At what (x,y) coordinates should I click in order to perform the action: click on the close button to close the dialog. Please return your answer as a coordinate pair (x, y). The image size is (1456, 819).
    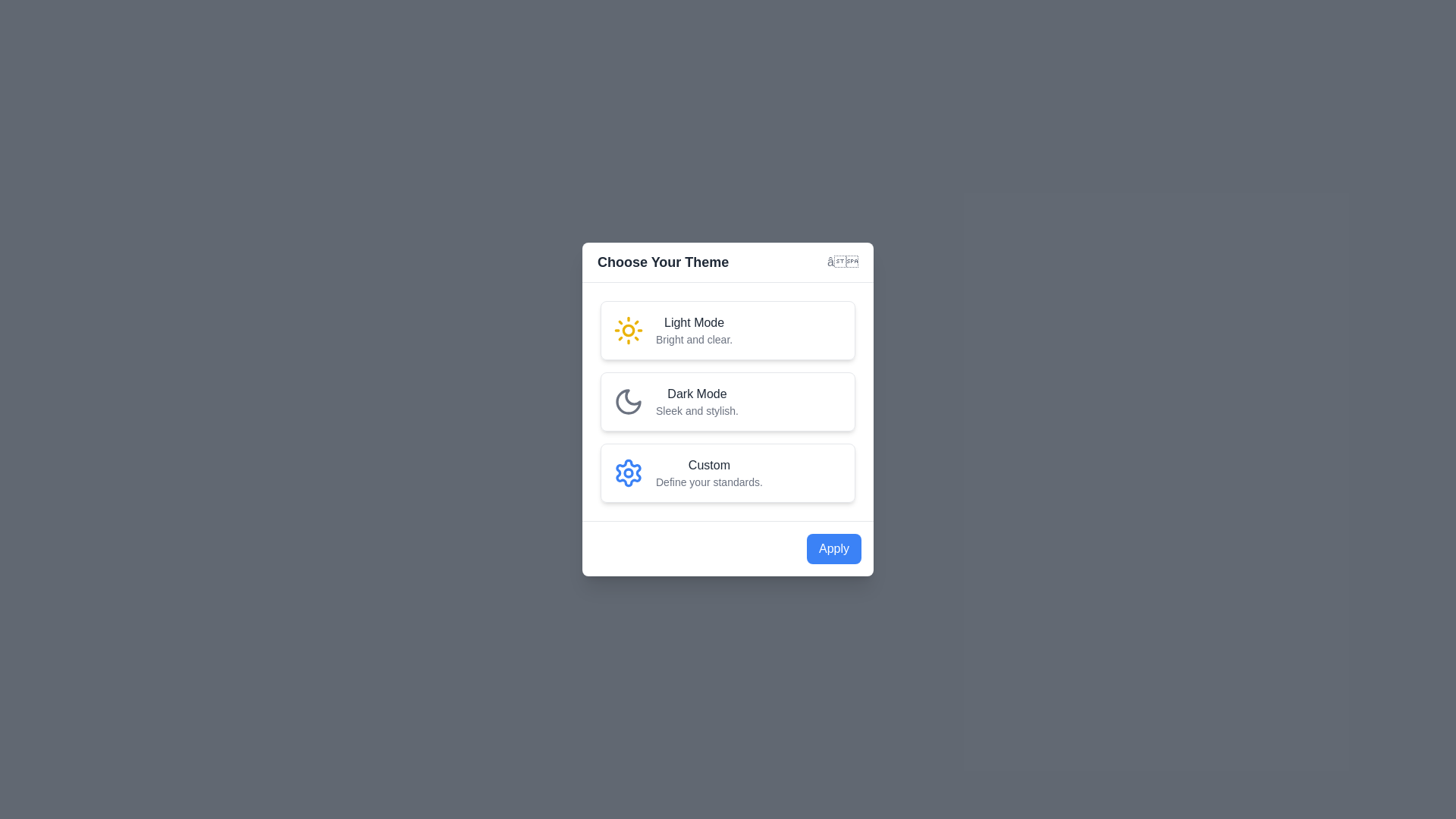
    Looking at the image, I should click on (841, 262).